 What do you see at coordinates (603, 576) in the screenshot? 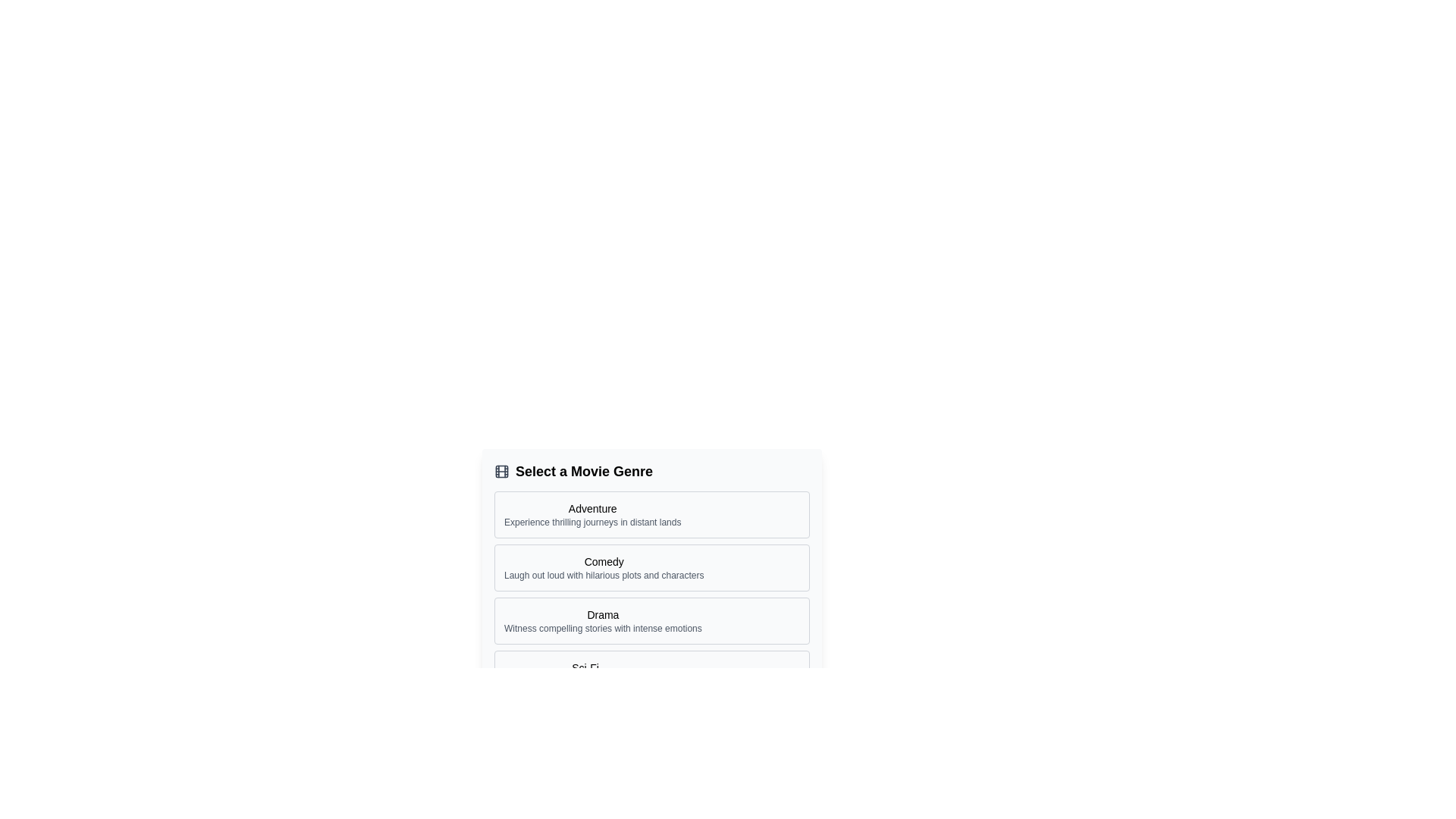
I see `the static text element that provides a descriptive subtext or tagline under the 'Comedy' category, located beneath the header text 'Comedy'` at bounding box center [603, 576].